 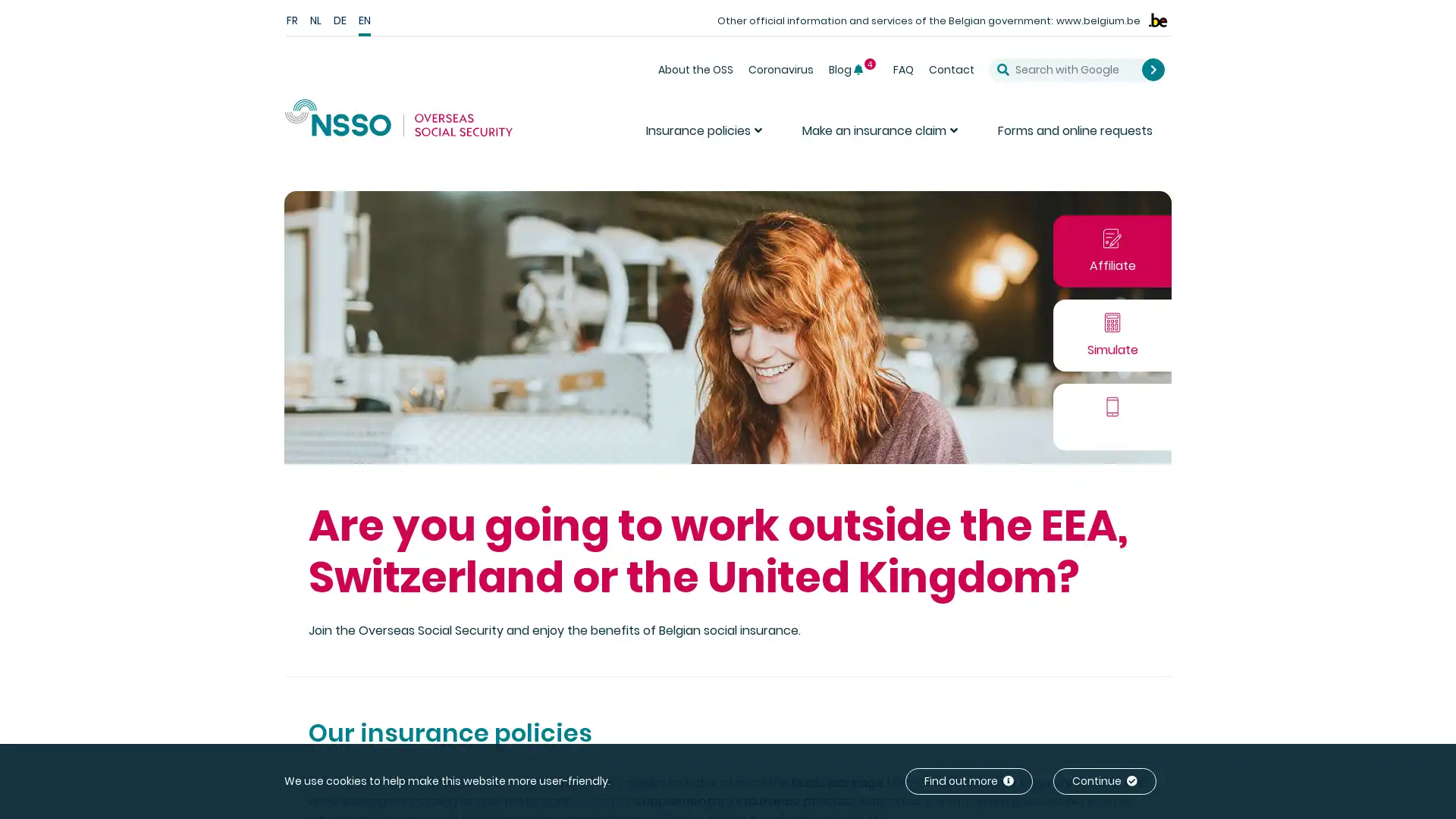 I want to click on Search, so click(x=1153, y=69).